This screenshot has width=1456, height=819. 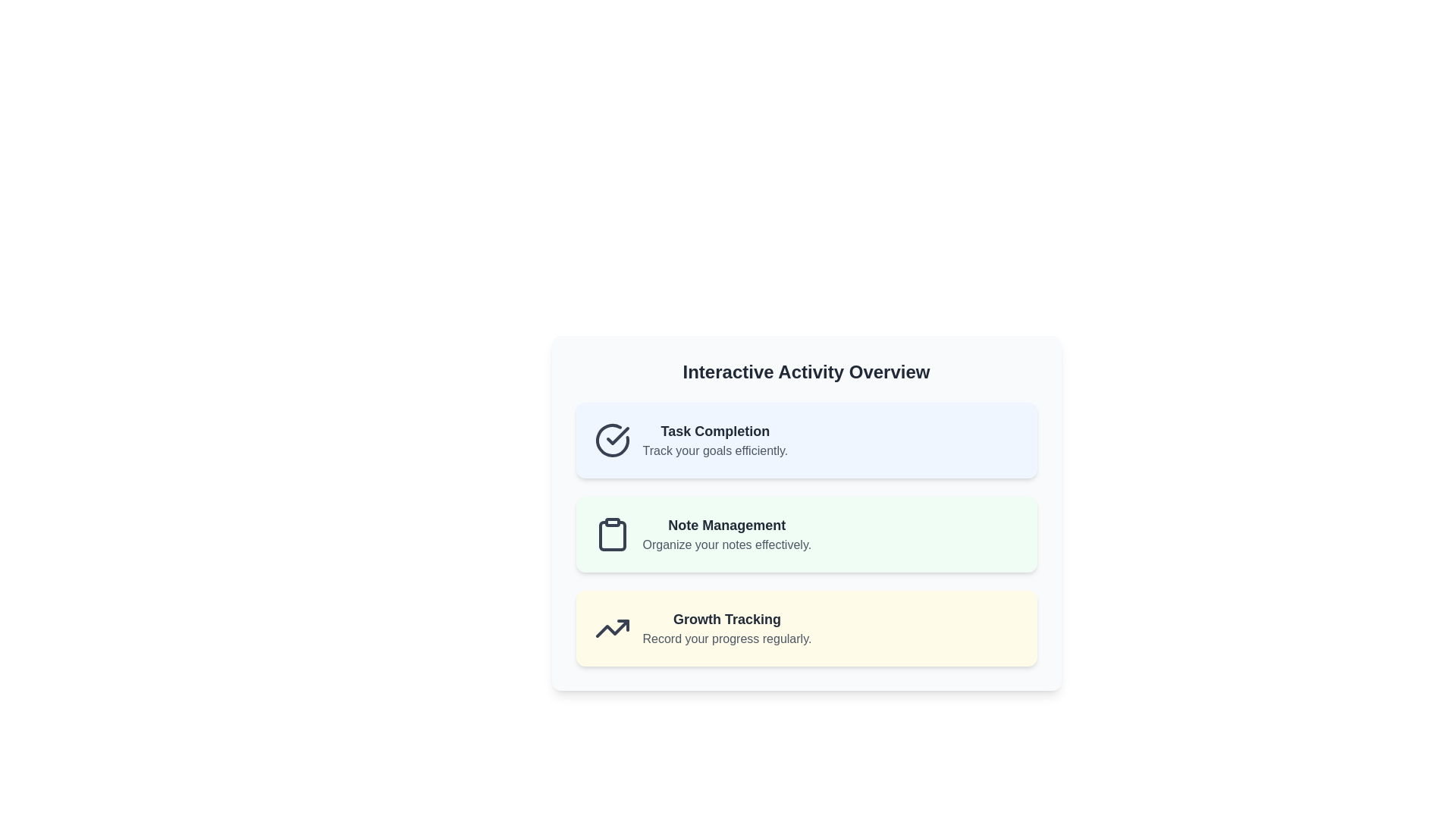 What do you see at coordinates (726, 629) in the screenshot?
I see `text of the 'Growth Tracking' feature label, which is the third item in a vertically stacked list of card components, located within a light yellow card` at bounding box center [726, 629].